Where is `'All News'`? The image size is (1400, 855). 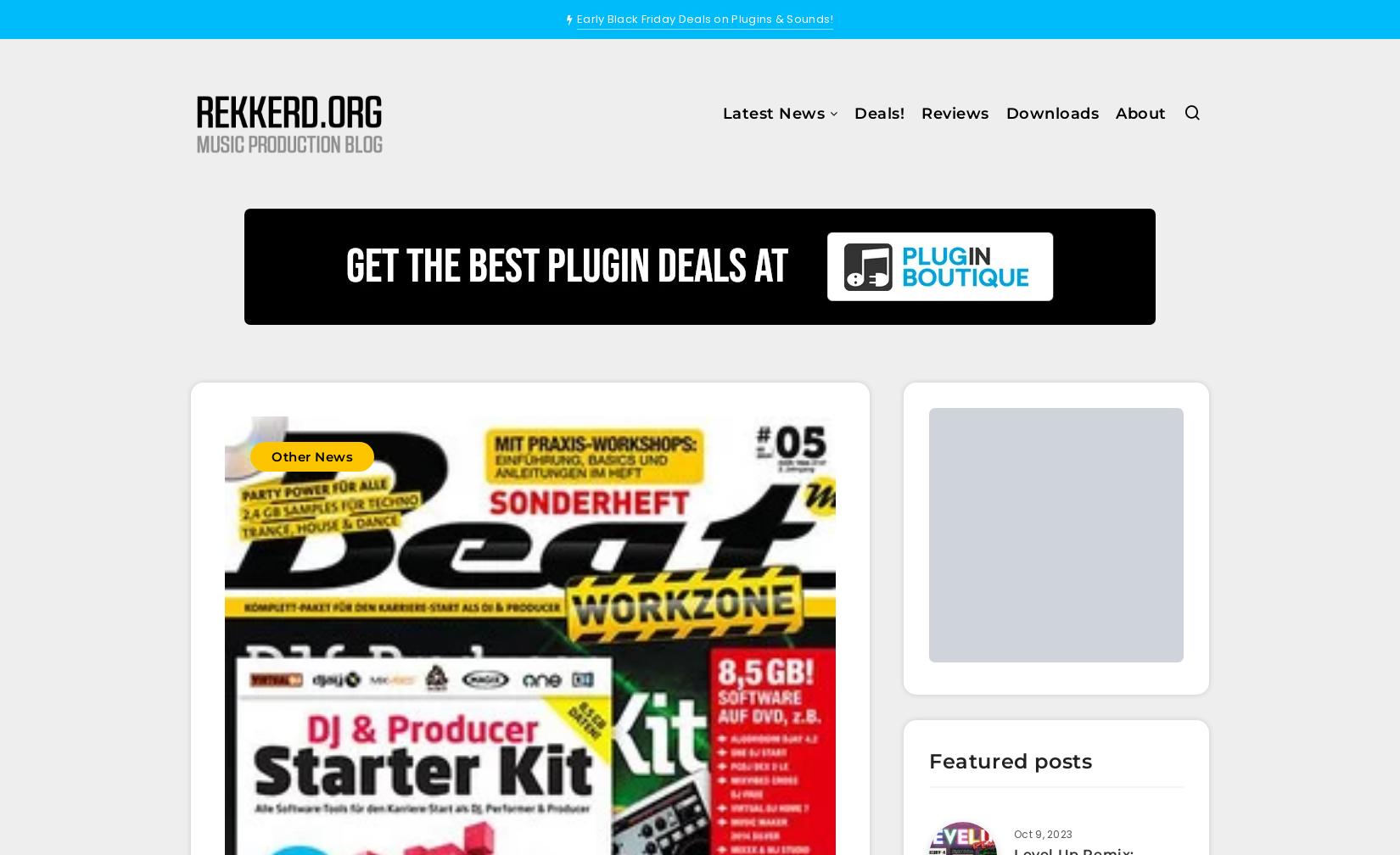 'All News' is located at coordinates (673, 163).